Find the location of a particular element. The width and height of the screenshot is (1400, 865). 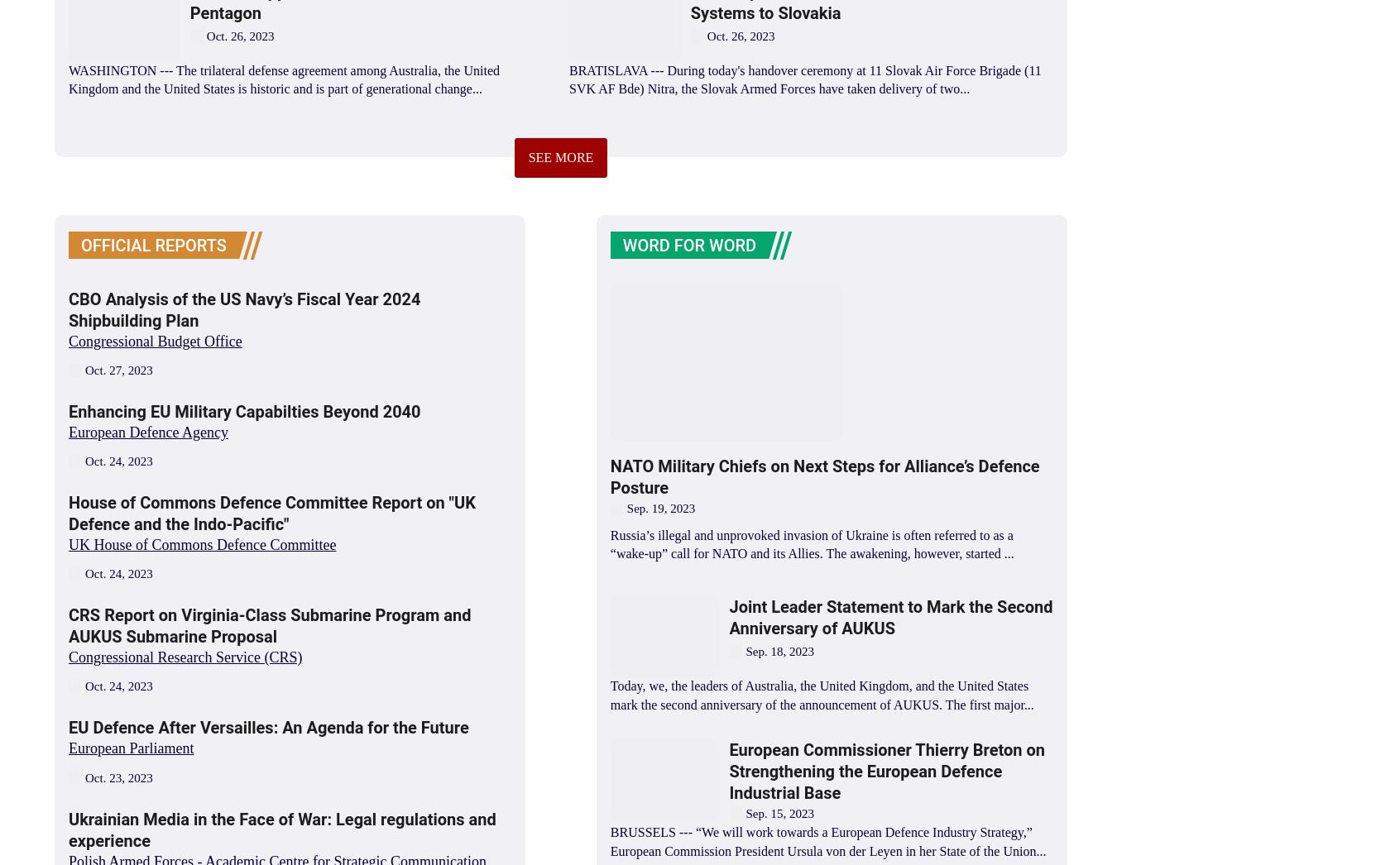

'BRUSSELS --- “We will work towards a European Defence Industry Strategy,” European Commission President Ursula von der Leyen in her State of the Union...' is located at coordinates (827, 841).